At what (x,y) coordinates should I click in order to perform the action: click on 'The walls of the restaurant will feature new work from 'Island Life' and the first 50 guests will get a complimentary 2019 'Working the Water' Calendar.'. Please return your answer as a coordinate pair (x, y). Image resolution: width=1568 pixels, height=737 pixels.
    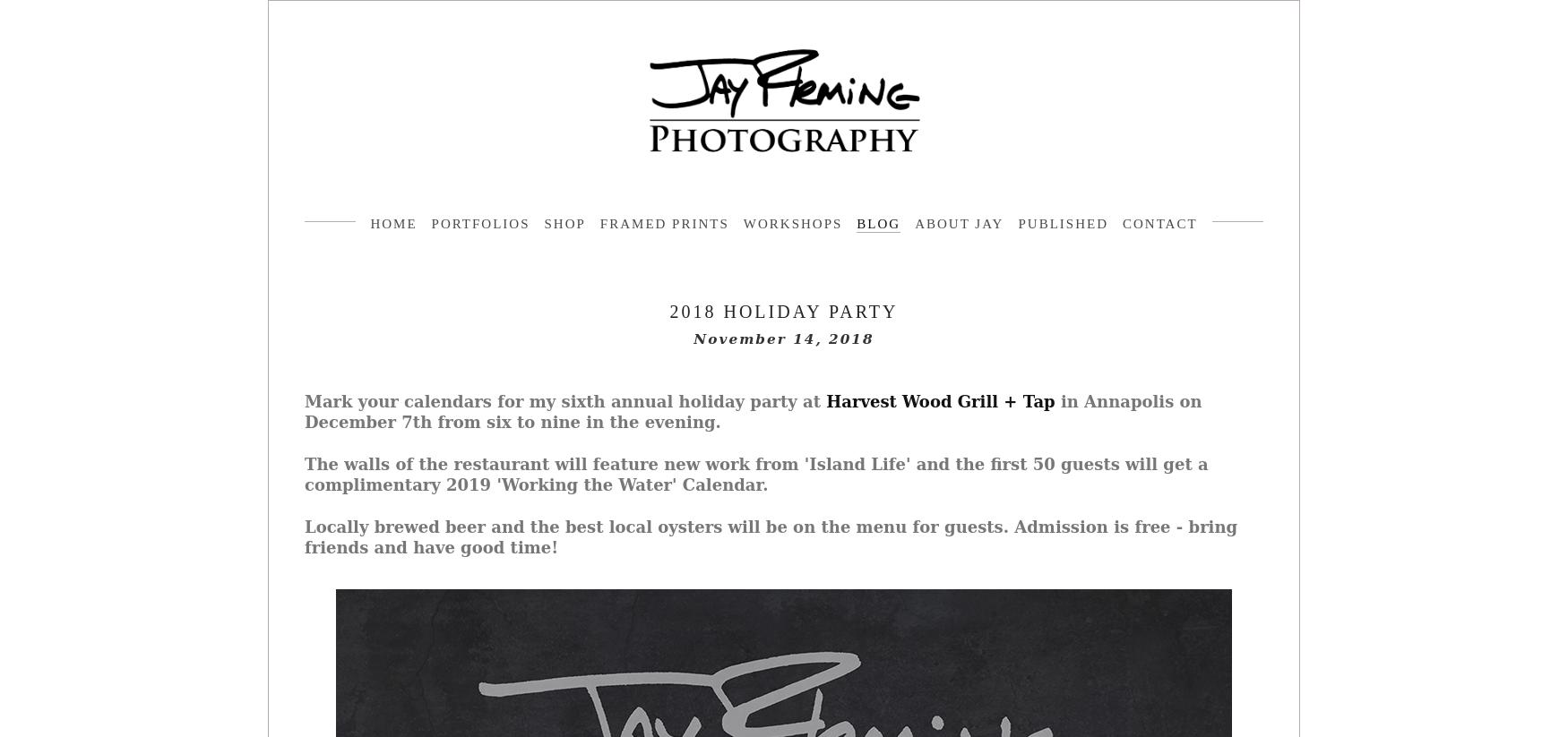
    Looking at the image, I should click on (759, 473).